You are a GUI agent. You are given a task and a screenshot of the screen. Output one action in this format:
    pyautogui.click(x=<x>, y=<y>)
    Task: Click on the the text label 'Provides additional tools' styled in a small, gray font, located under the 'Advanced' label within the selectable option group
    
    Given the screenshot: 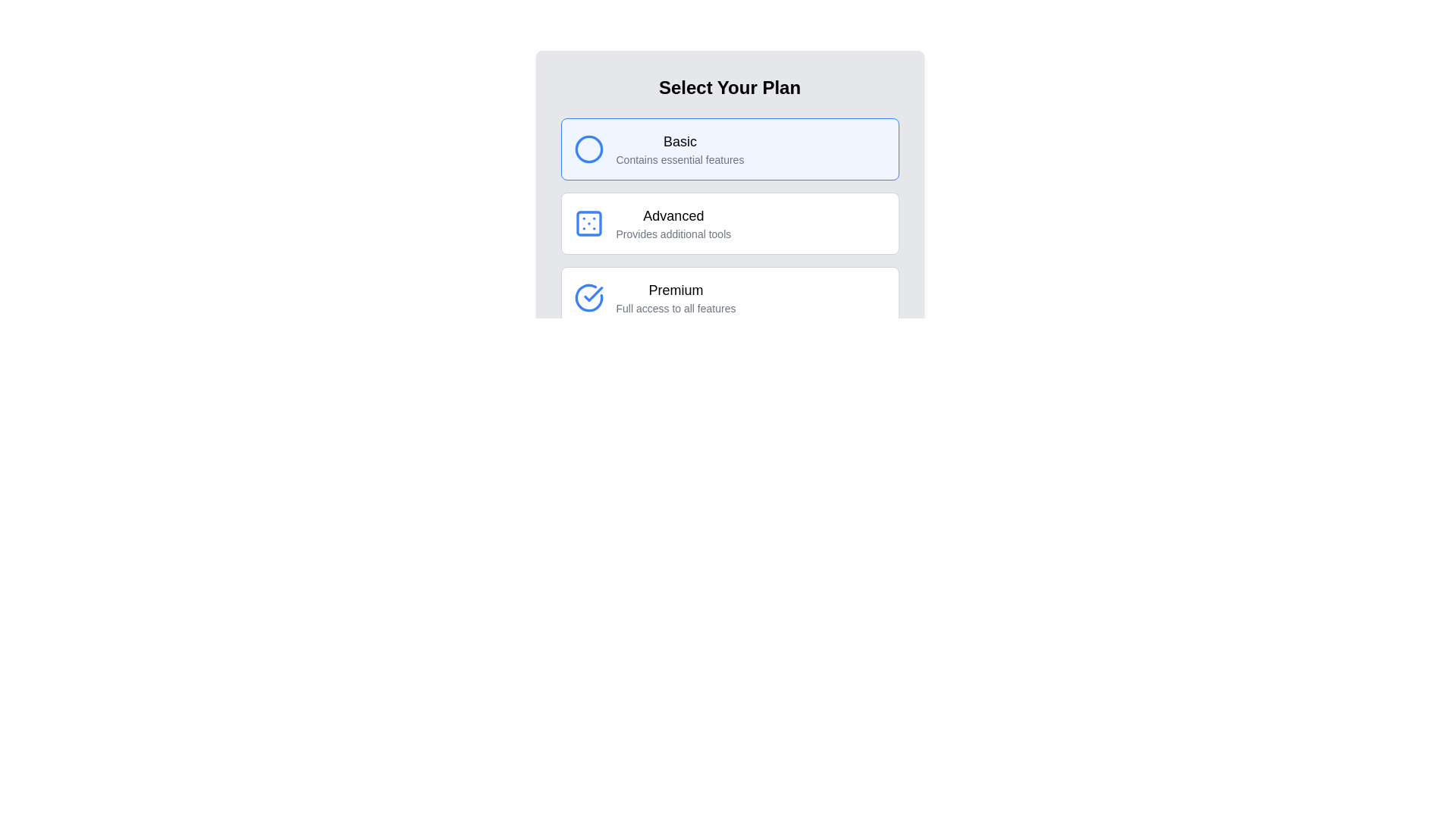 What is the action you would take?
    pyautogui.click(x=673, y=234)
    